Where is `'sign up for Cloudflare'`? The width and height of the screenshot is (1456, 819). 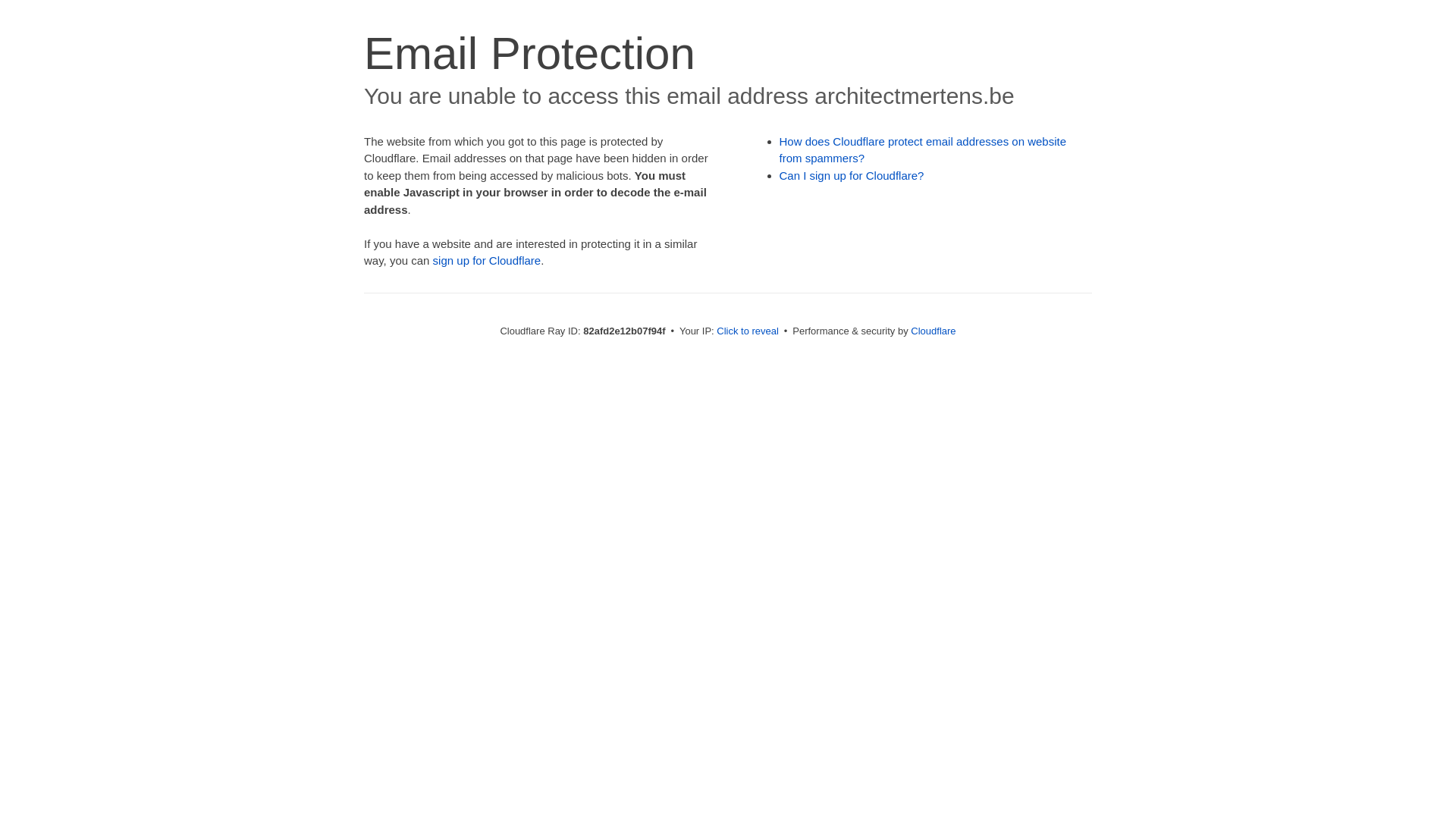 'sign up for Cloudflare' is located at coordinates (487, 259).